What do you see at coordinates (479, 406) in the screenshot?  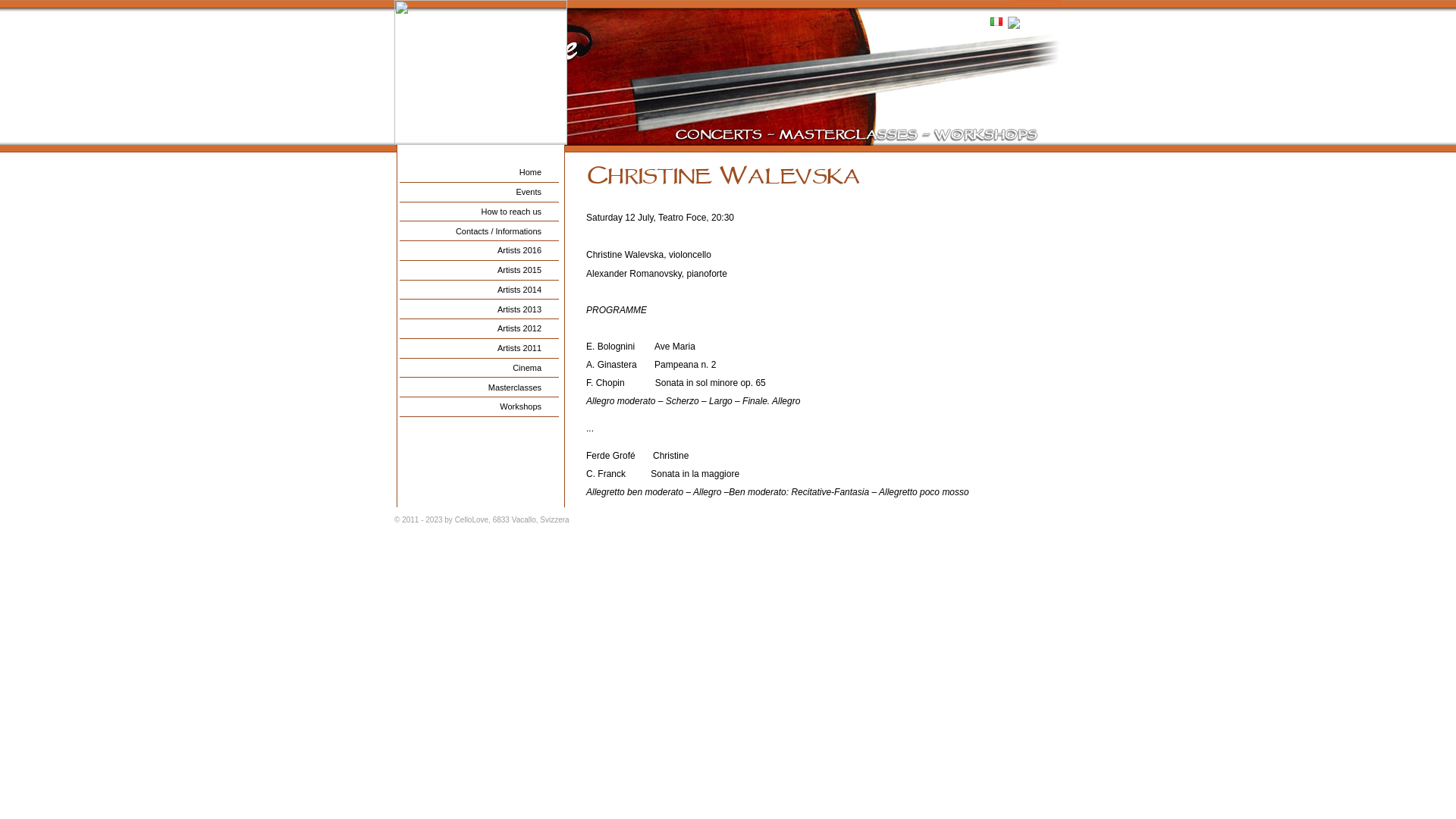 I see `'Workshops'` at bounding box center [479, 406].